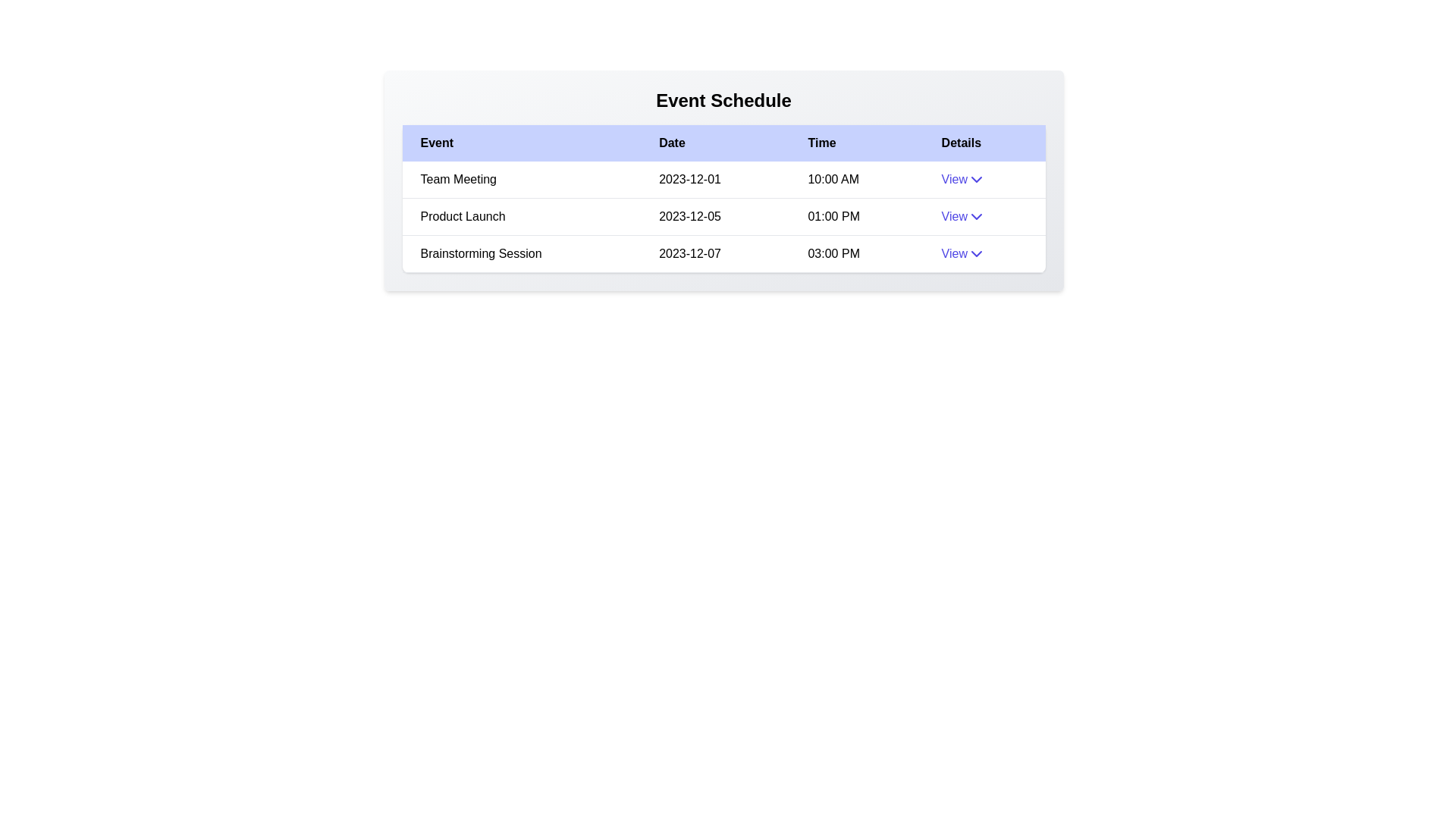  I want to click on the 'View' button to expand or collapse the details for the event Product Launch, so click(962, 216).